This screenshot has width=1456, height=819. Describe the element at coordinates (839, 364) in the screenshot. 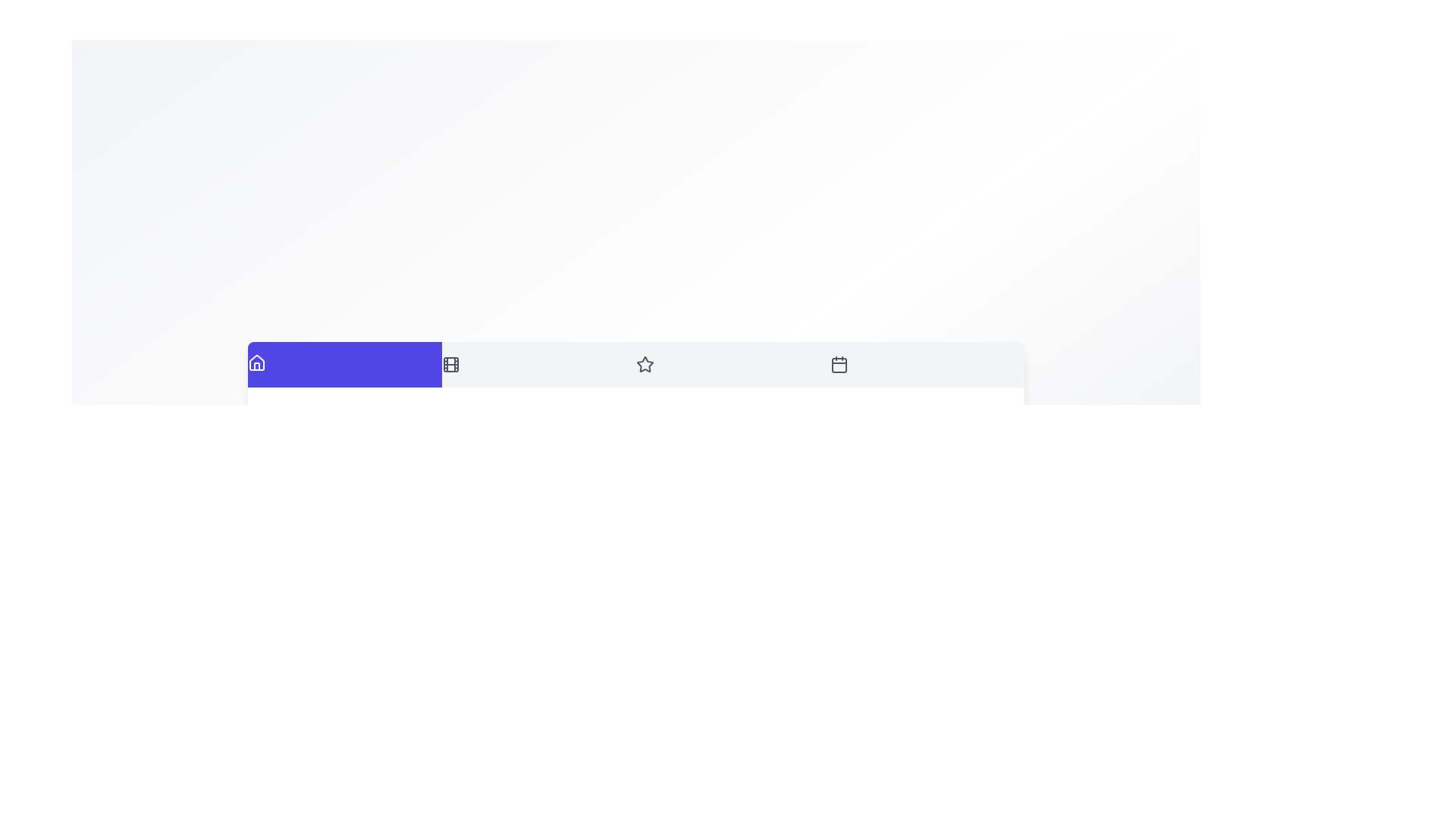

I see `the calendar icon, which is the fourth item in the horizontal row of icons on the bottom navigation bar` at that location.